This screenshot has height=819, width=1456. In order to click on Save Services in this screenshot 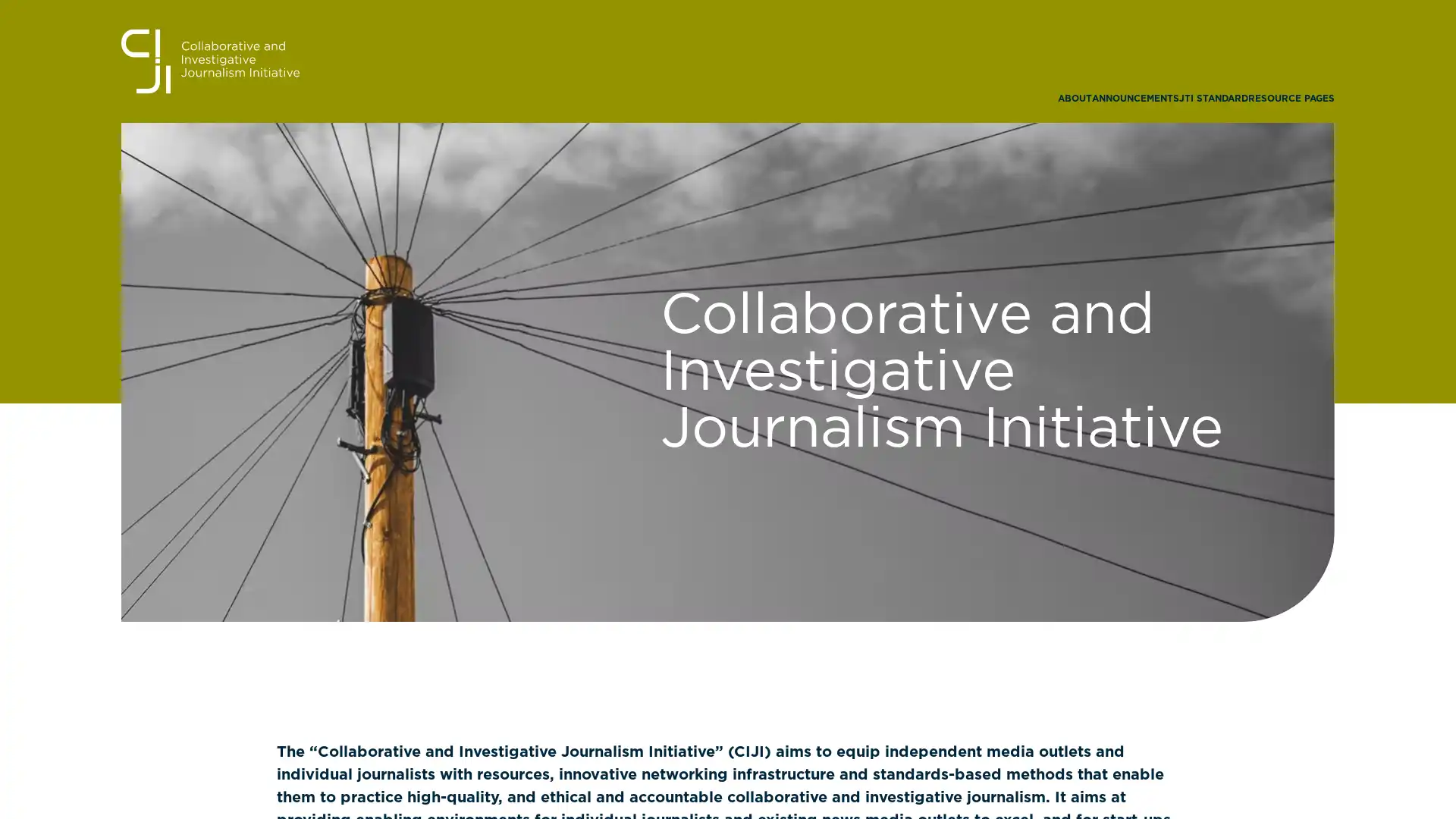, I will do `click(578, 514)`.